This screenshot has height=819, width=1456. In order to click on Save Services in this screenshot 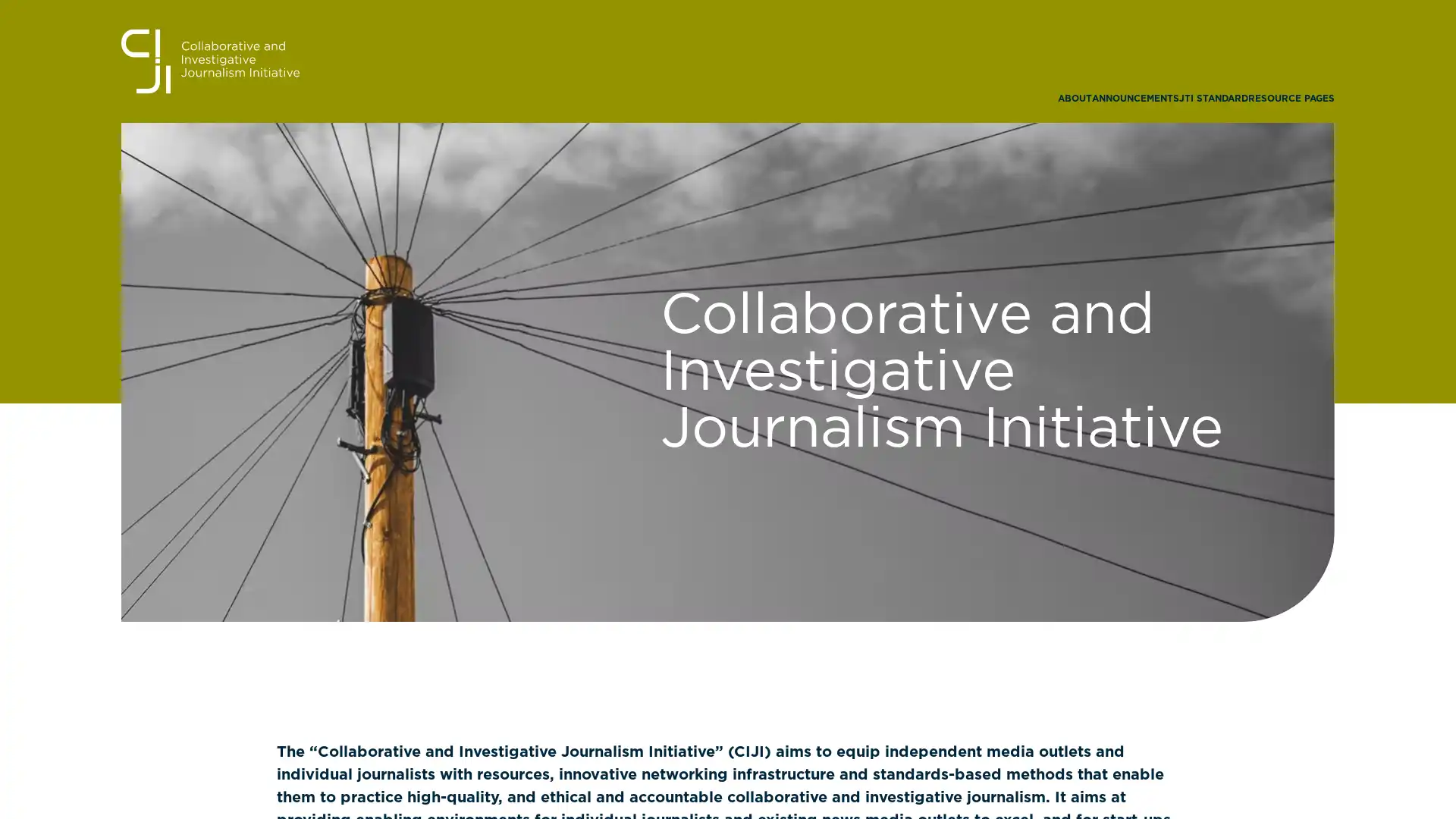, I will do `click(578, 514)`.